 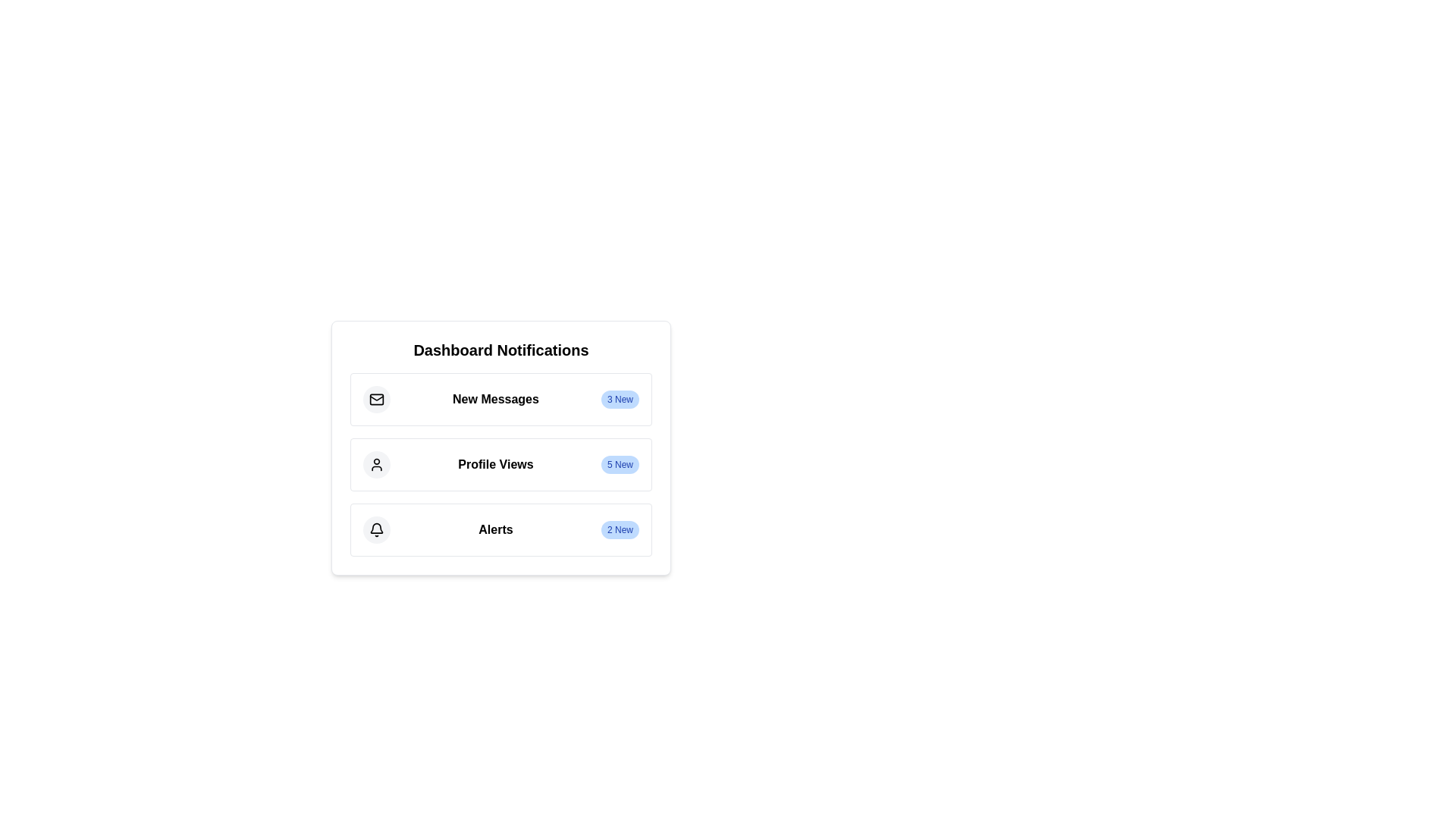 What do you see at coordinates (495, 464) in the screenshot?
I see `the 'Profile Views' text label located in the middle row of the 'Dashboard Notifications' card, which is the second entry in the list, positioned below 'New Messages' and above 'Alerts'` at bounding box center [495, 464].